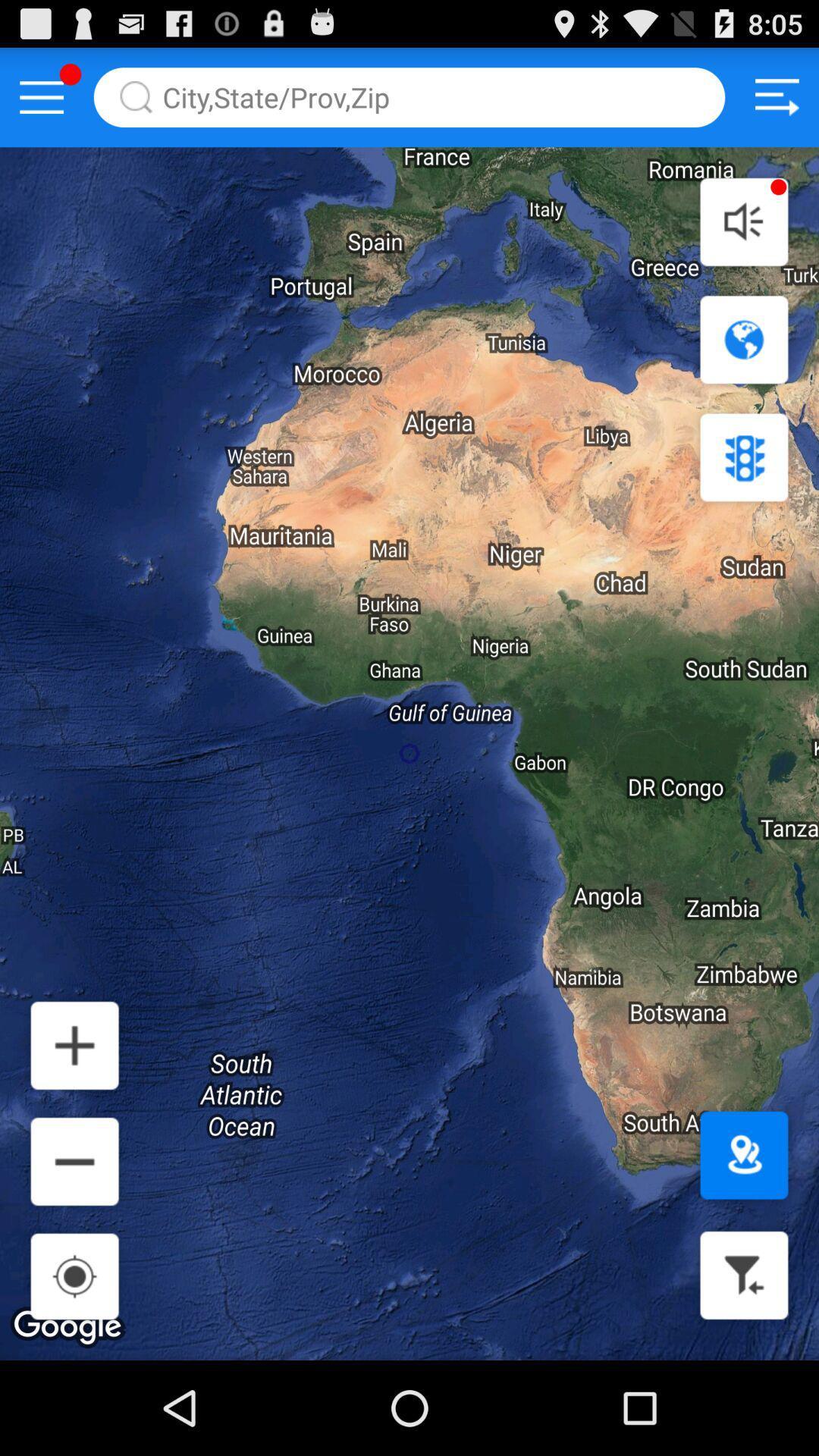 The image size is (819, 1456). Describe the element at coordinates (743, 1154) in the screenshot. I see `location button` at that location.